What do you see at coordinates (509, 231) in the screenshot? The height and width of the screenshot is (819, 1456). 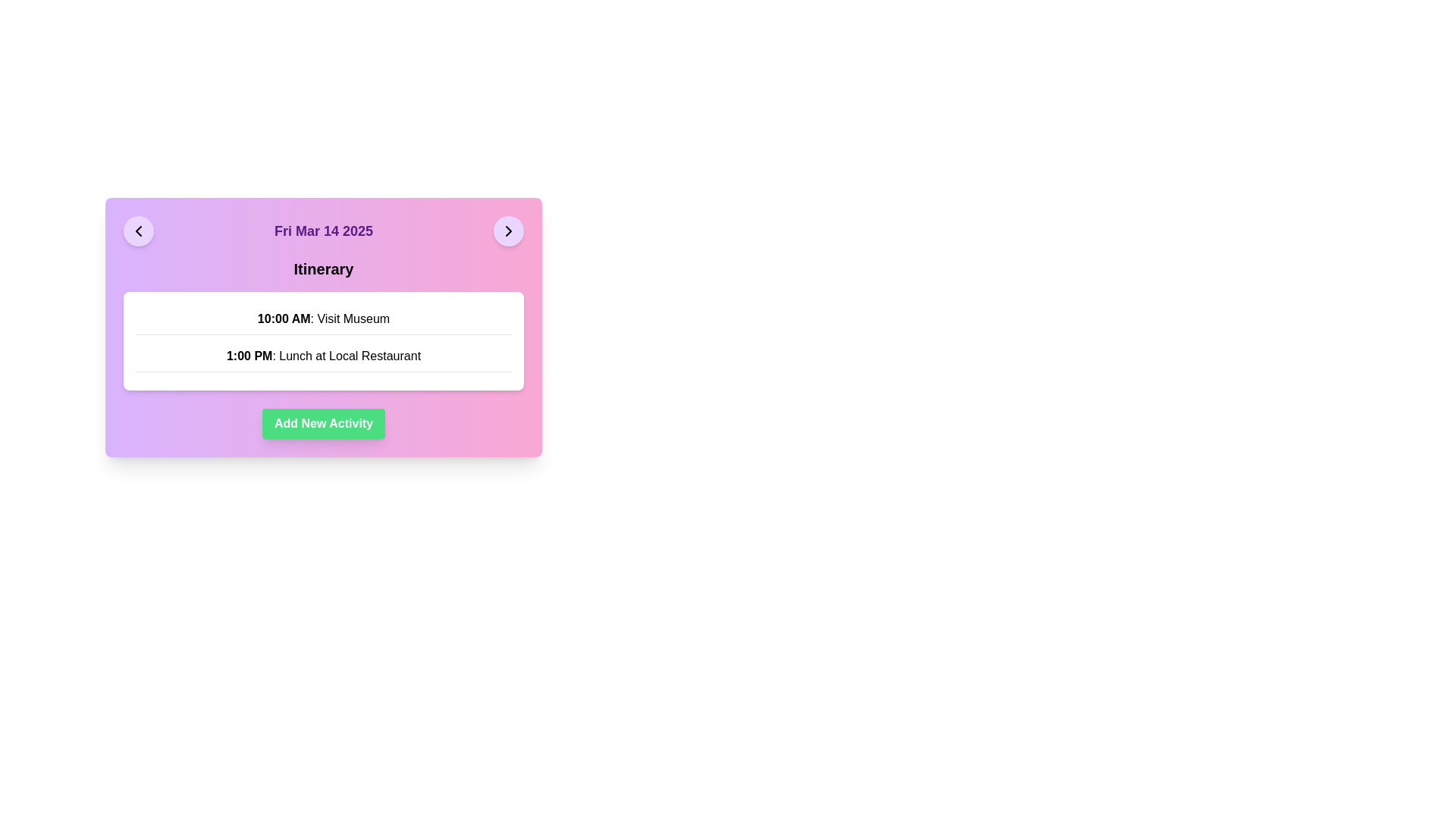 I see `the navigation button located at the top right corner of the horizontal navigation bar` at bounding box center [509, 231].